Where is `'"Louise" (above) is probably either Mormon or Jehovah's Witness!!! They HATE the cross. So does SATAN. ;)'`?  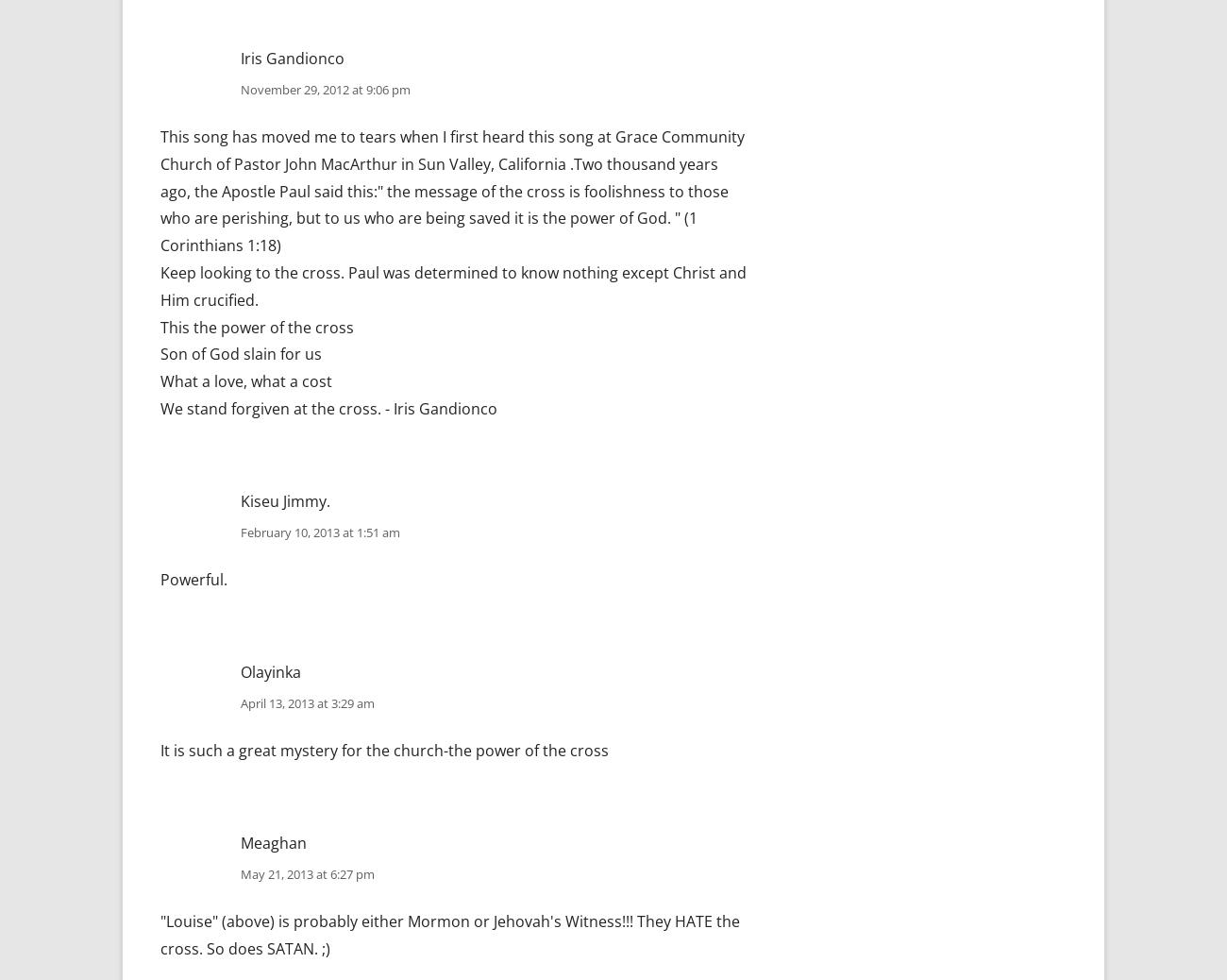
'"Louise" (above) is probably either Mormon or Jehovah's Witness!!! They HATE the cross. So does SATAN. ;)' is located at coordinates (448, 934).